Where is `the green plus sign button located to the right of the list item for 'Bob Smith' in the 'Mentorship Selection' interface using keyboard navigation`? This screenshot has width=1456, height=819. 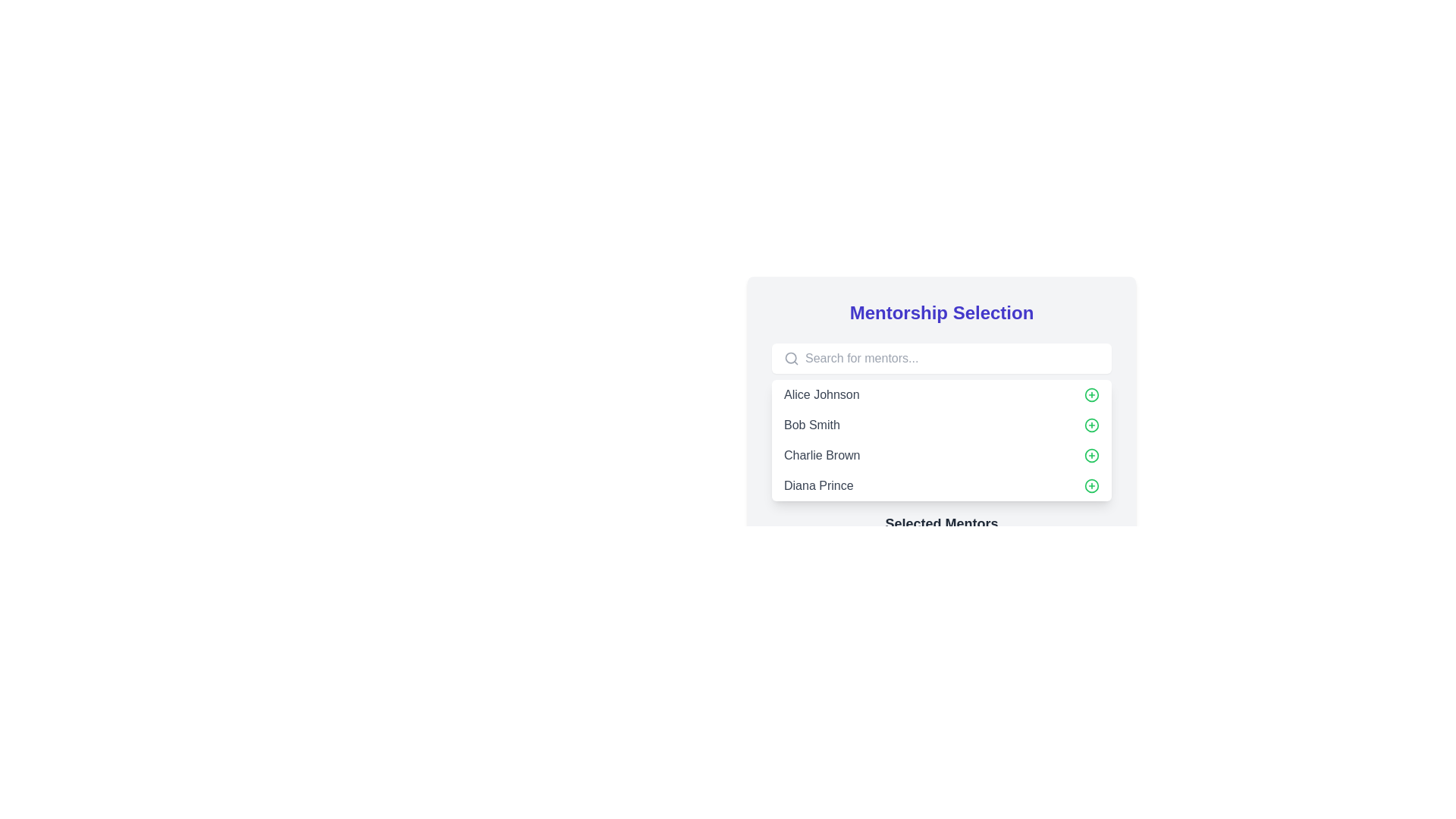 the green plus sign button located to the right of the list item for 'Bob Smith' in the 'Mentorship Selection' interface using keyboard navigation is located at coordinates (1092, 425).